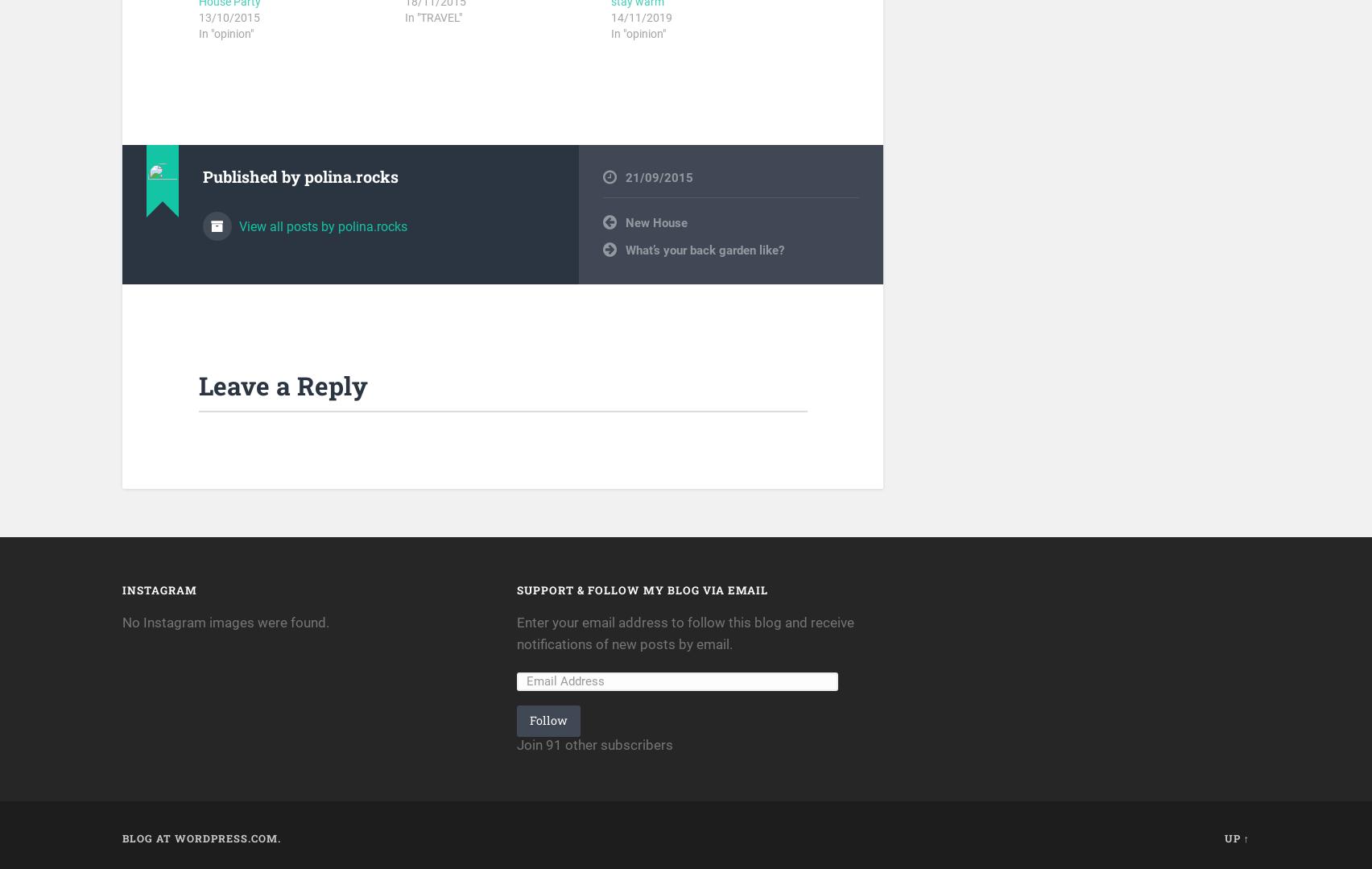 Image resolution: width=1372 pixels, height=869 pixels. Describe the element at coordinates (647, 222) in the screenshot. I see `'Thinking Out Loud'` at that location.